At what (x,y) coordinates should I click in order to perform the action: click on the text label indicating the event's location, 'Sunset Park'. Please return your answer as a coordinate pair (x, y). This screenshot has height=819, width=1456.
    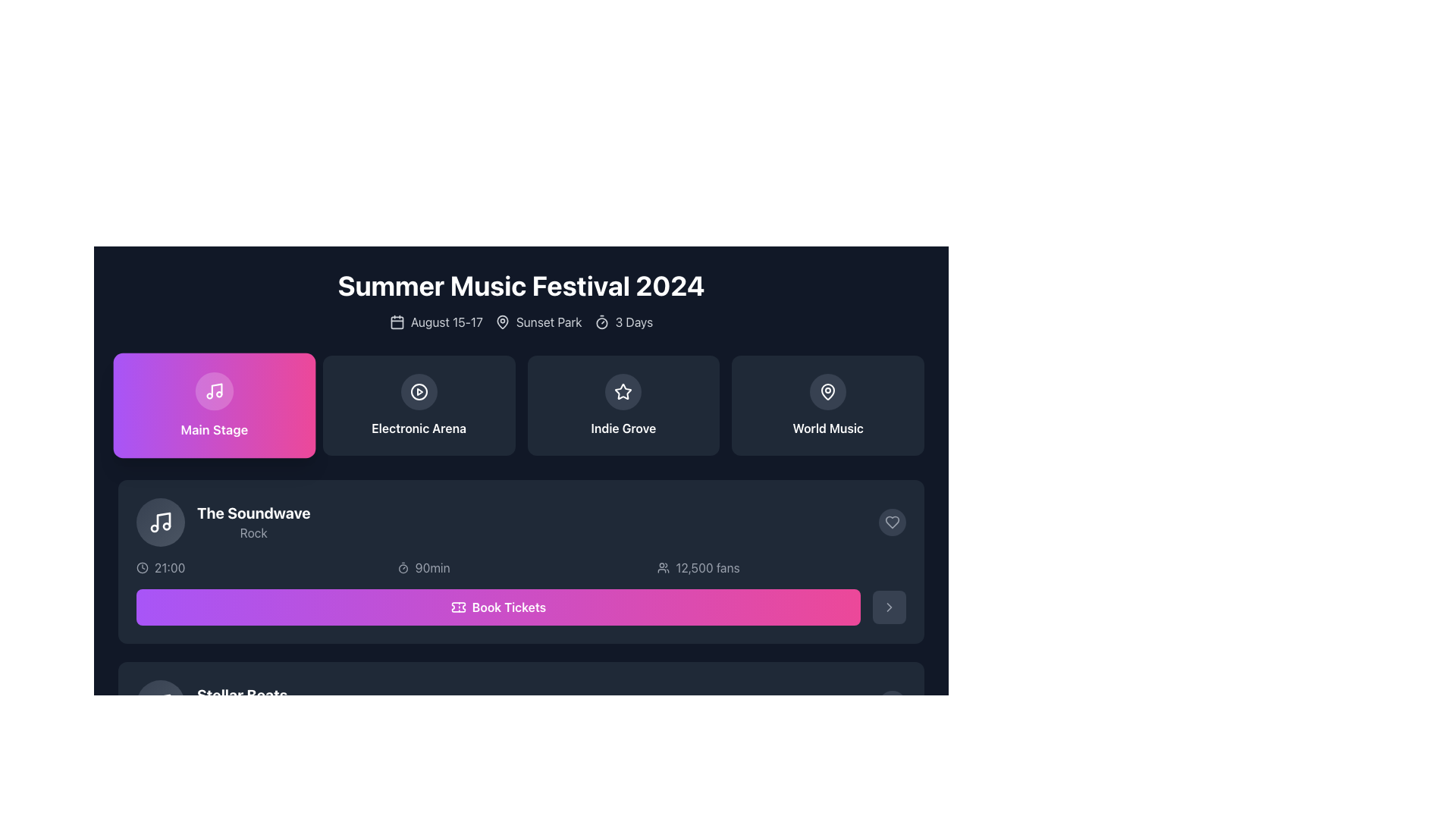
    Looking at the image, I should click on (548, 321).